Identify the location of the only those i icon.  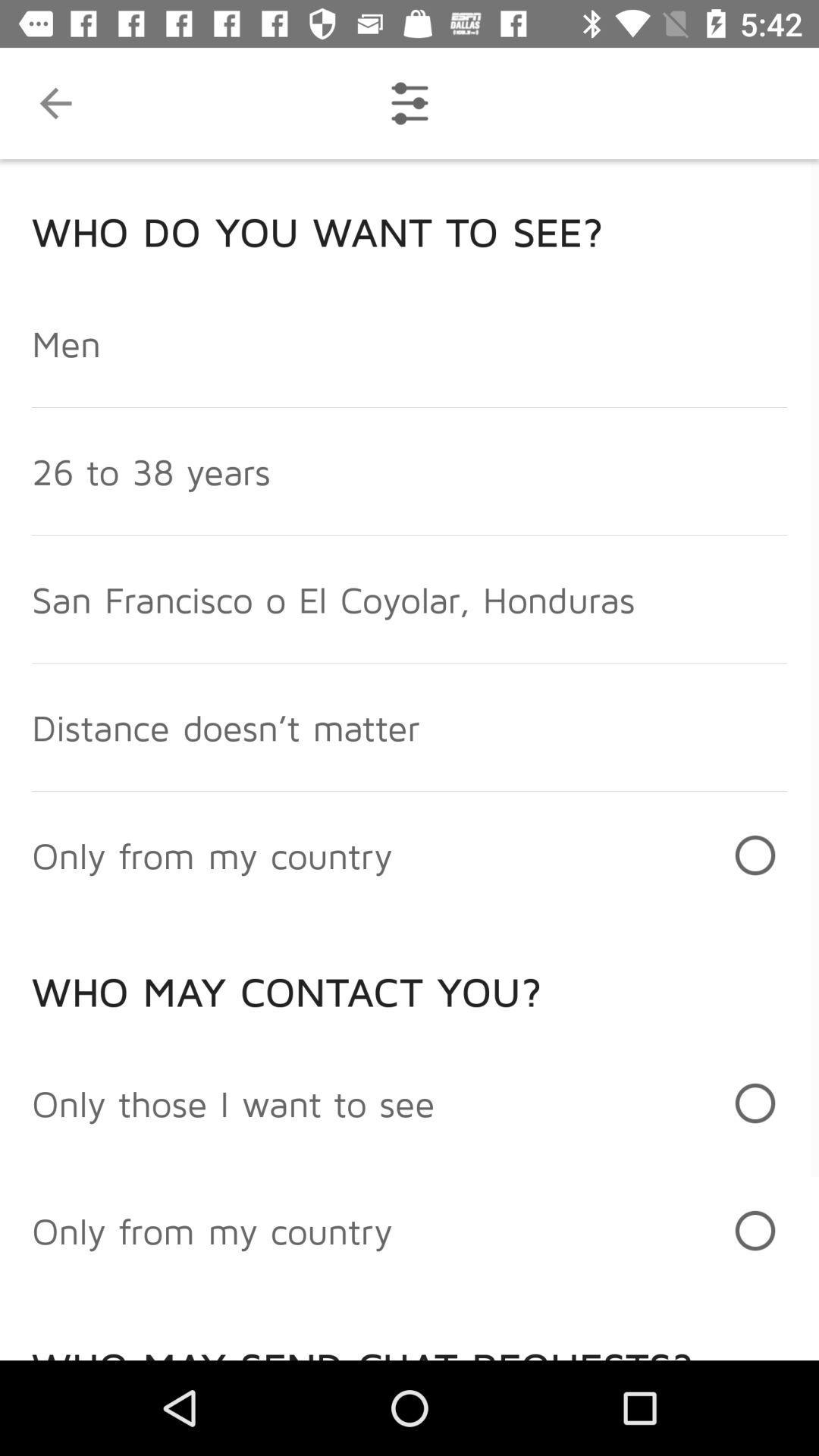
(233, 1103).